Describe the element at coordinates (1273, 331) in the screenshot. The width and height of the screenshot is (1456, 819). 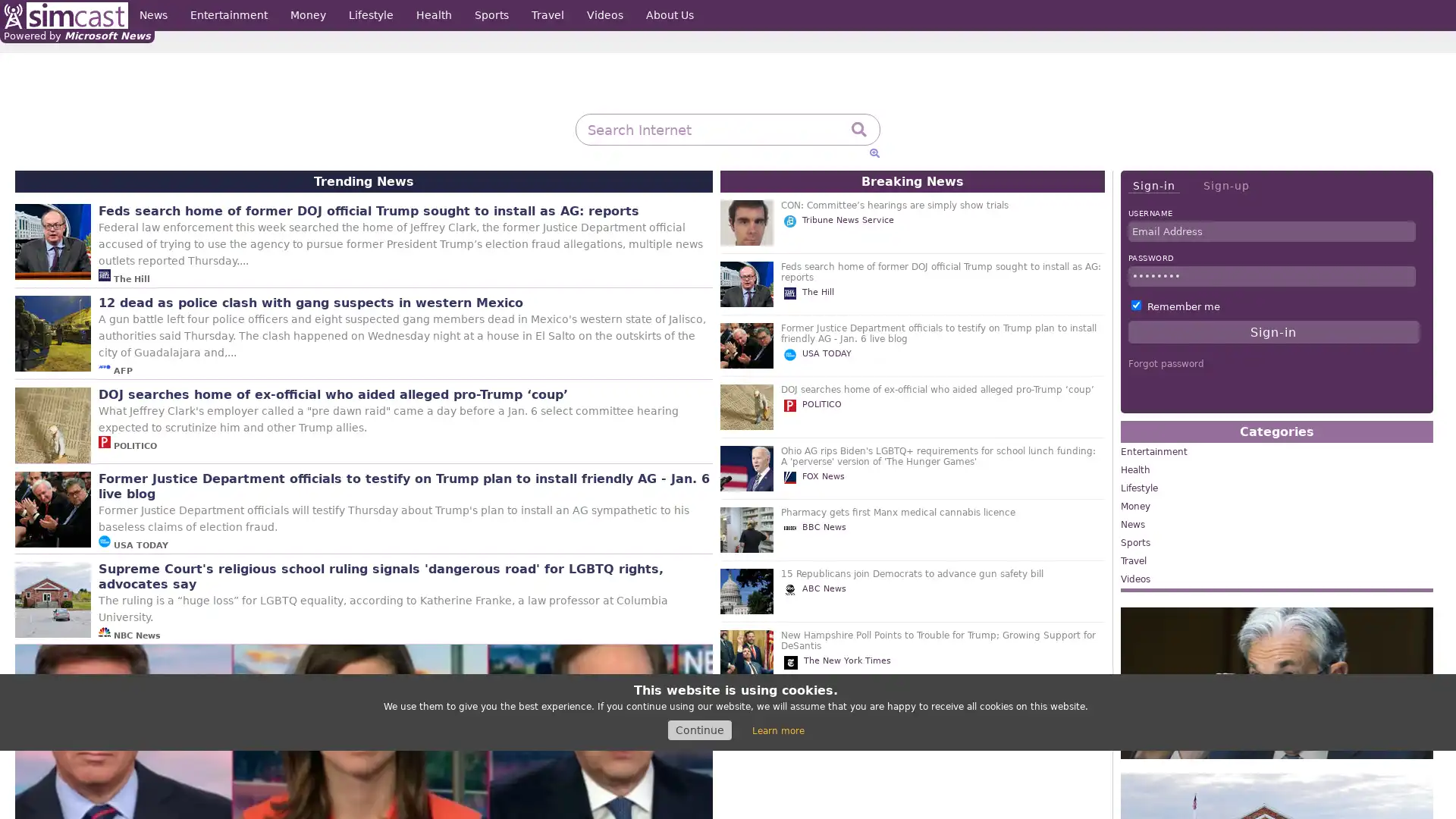
I see `Sign-in` at that location.